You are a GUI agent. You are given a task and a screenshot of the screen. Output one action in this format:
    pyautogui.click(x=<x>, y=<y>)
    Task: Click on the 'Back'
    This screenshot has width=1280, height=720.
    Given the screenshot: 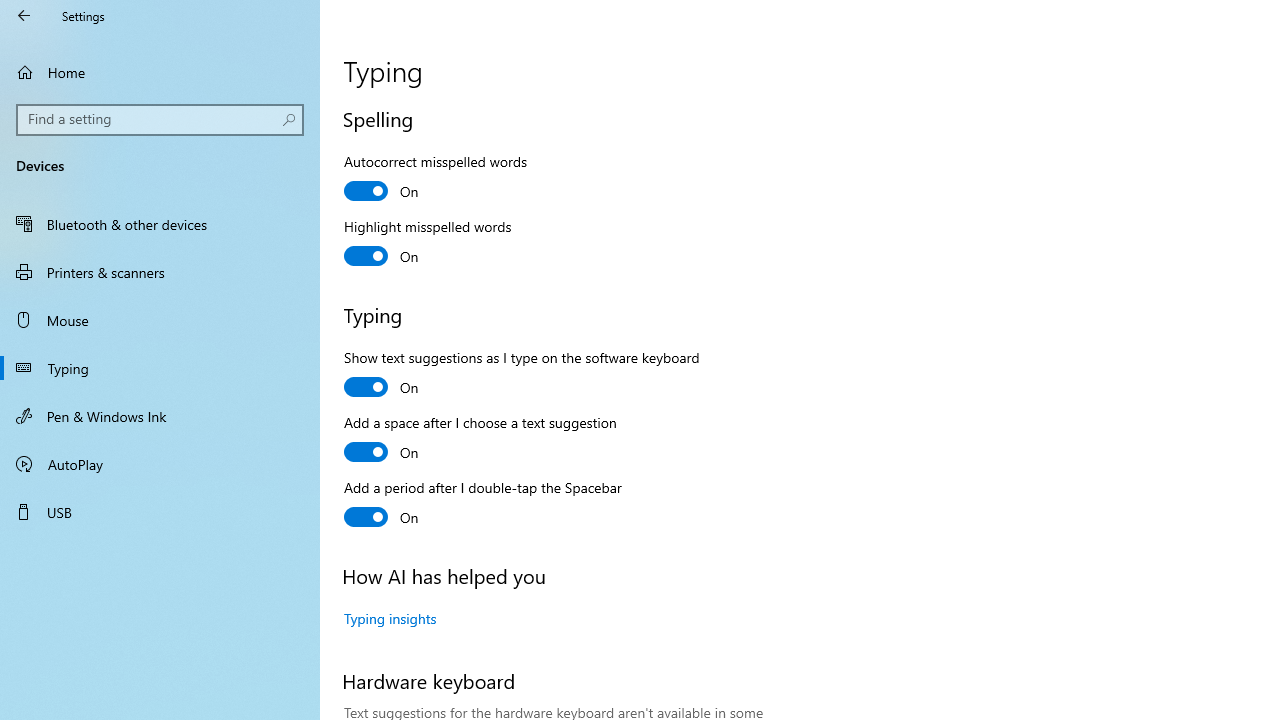 What is the action you would take?
    pyautogui.click(x=24, y=15)
    